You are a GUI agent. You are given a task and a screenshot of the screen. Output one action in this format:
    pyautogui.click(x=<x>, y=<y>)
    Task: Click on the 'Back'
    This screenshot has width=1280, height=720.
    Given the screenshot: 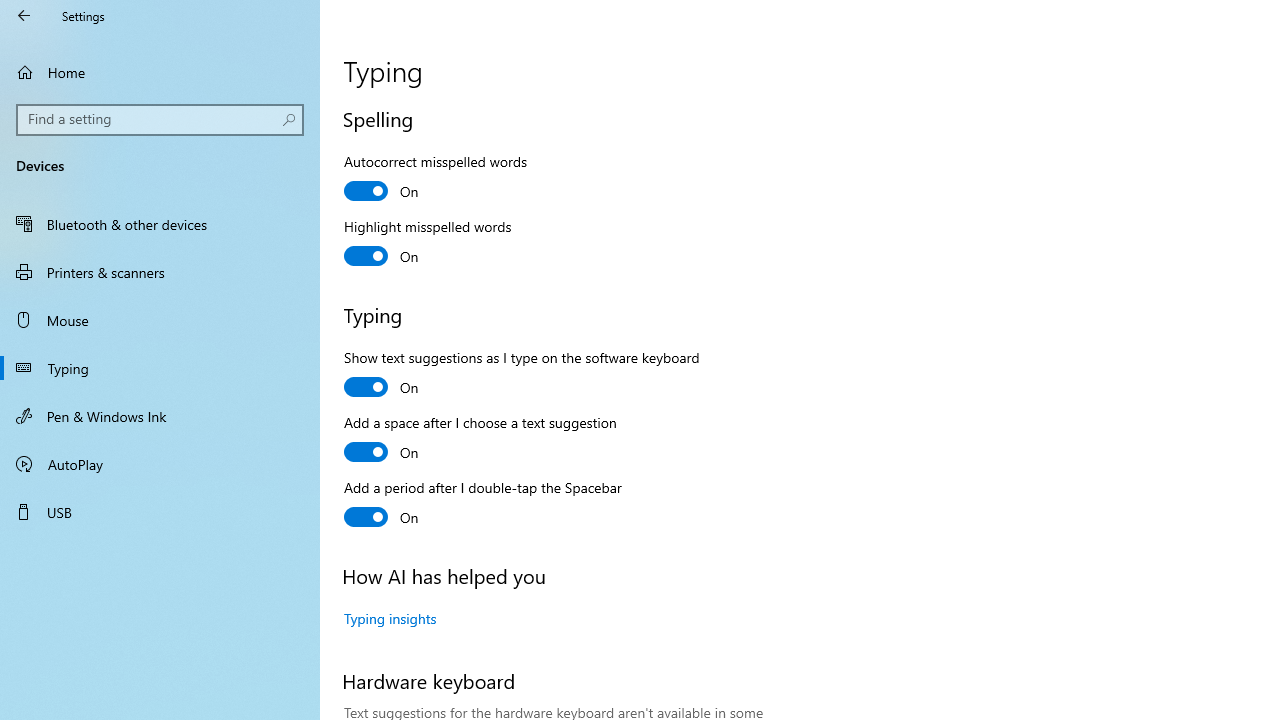 What is the action you would take?
    pyautogui.click(x=24, y=15)
    